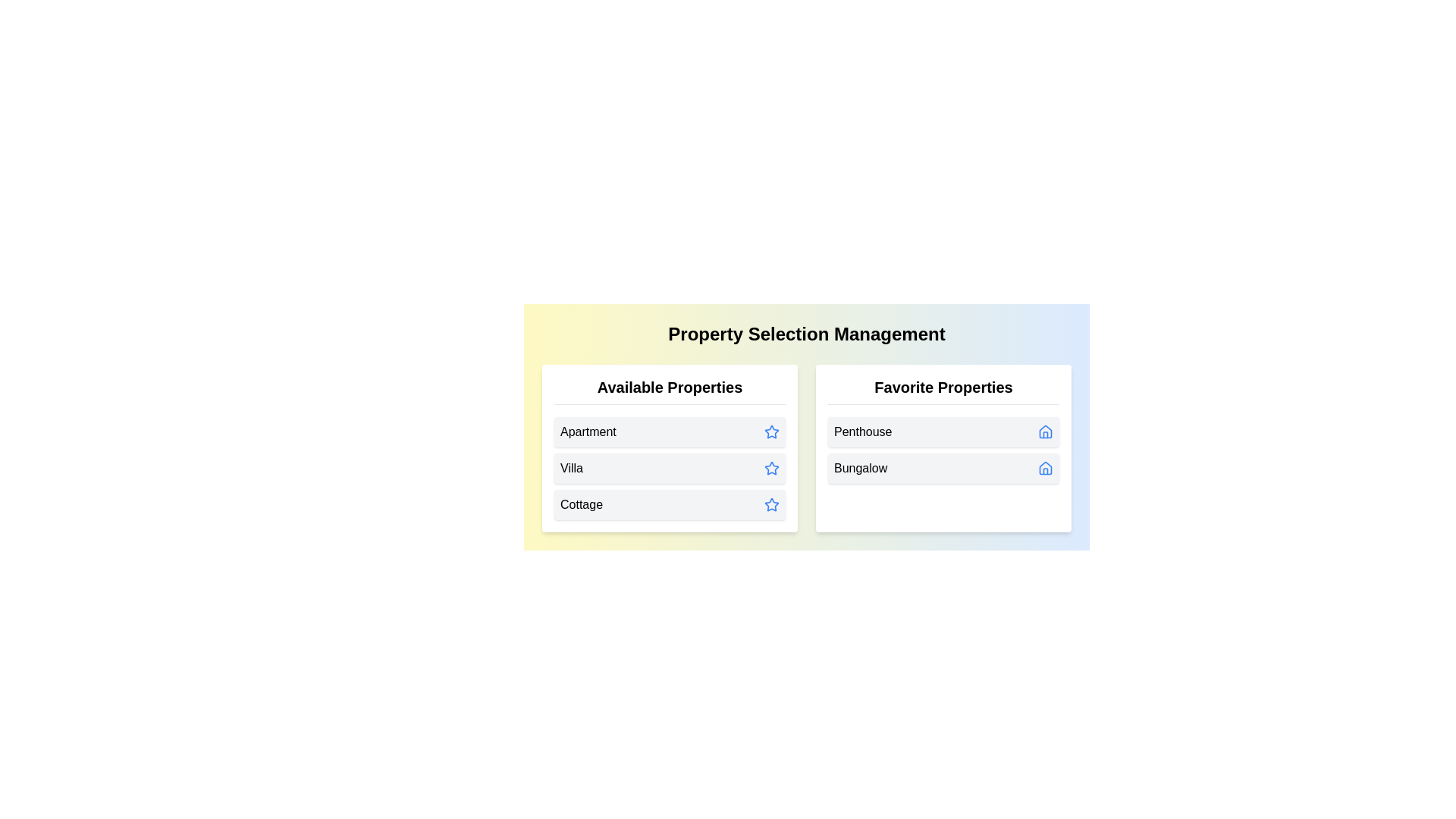  Describe the element at coordinates (771, 505) in the screenshot. I see `star icon next to the property Cottage in the 'Available Properties' list to transfer it to 'Favorite Properties'` at that location.